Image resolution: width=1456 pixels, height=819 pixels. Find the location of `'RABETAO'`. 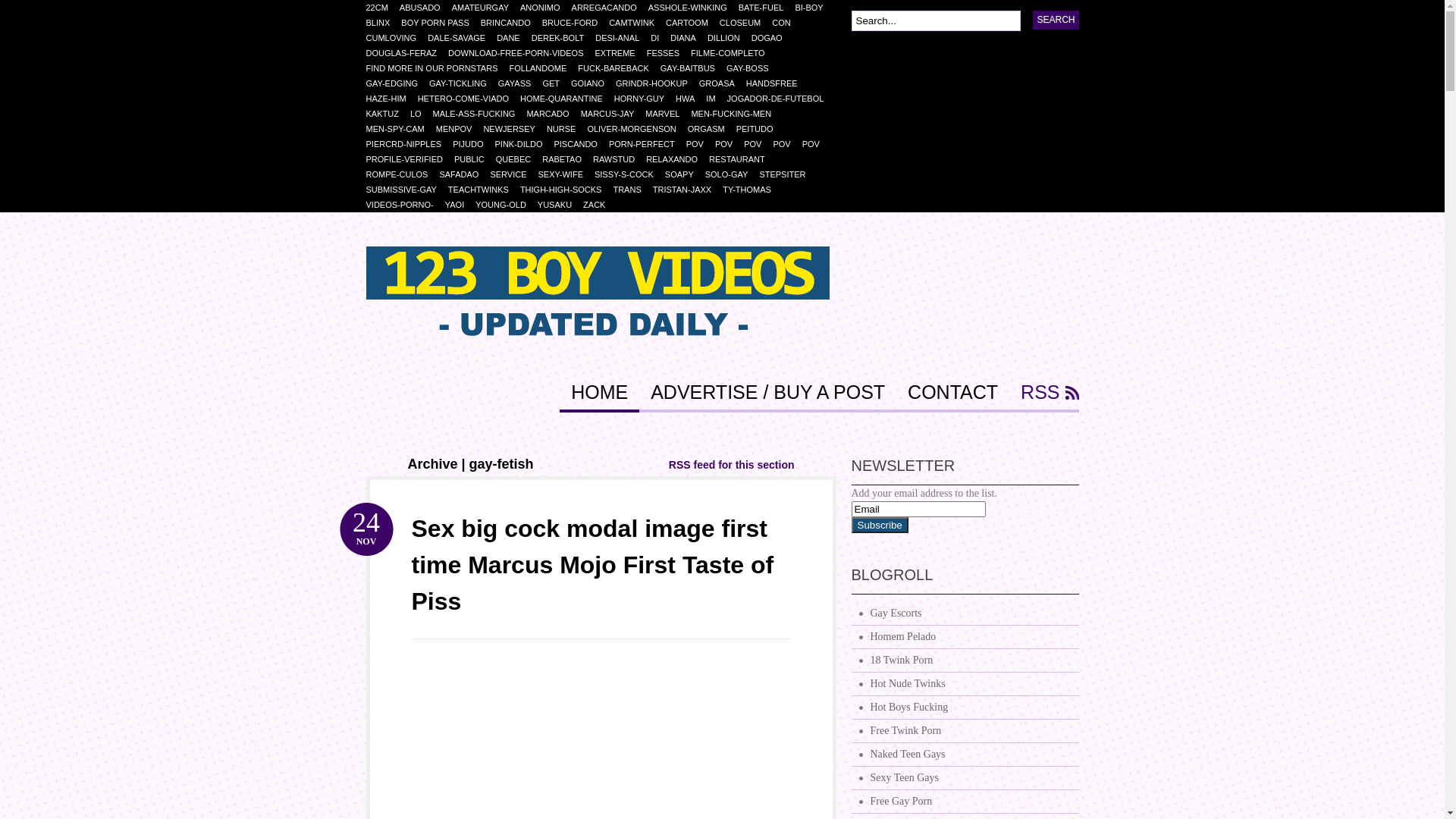

'RABETAO' is located at coordinates (566, 158).